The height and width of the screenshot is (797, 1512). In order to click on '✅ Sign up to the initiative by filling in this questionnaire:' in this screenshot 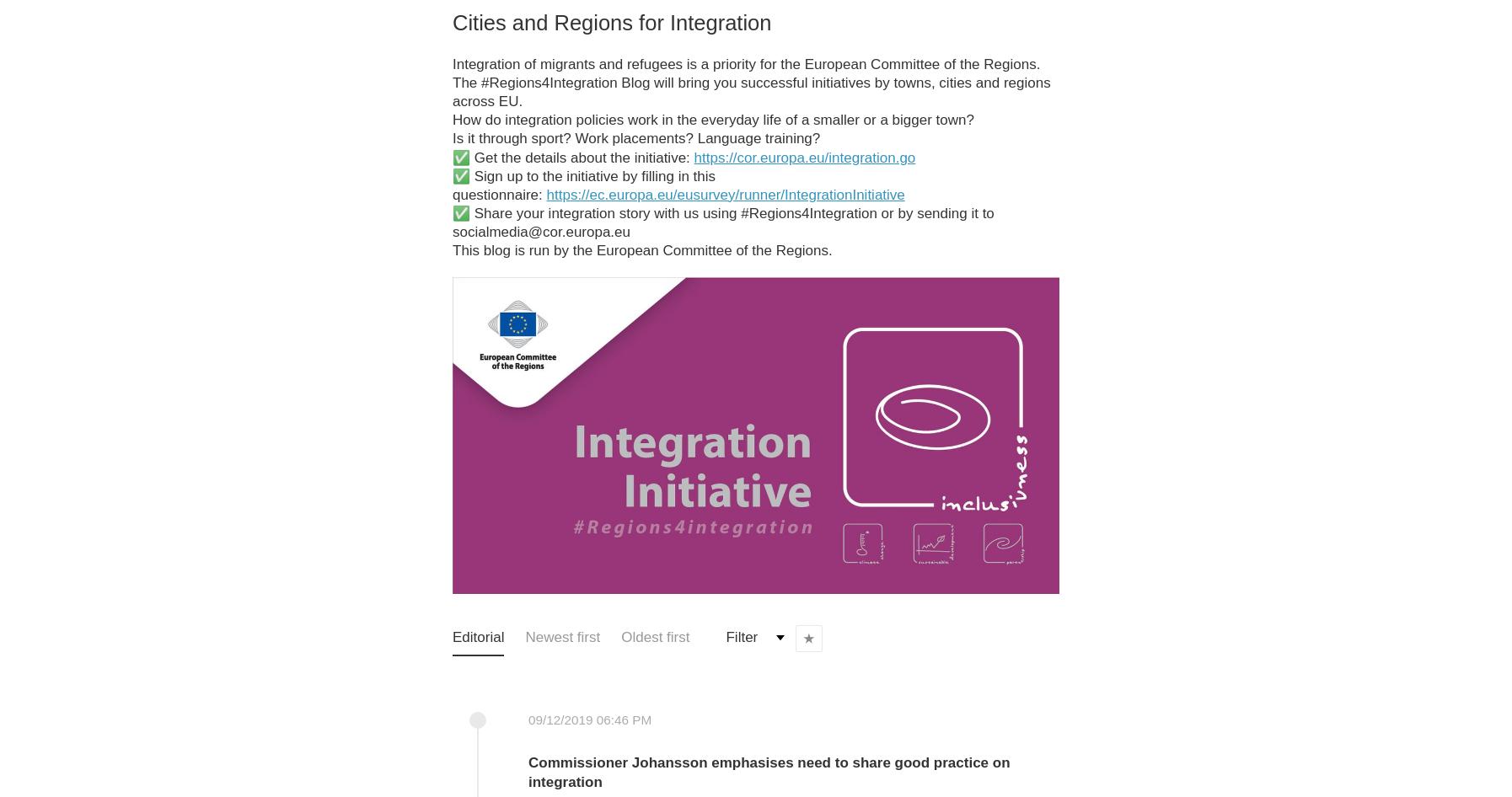, I will do `click(584, 185)`.